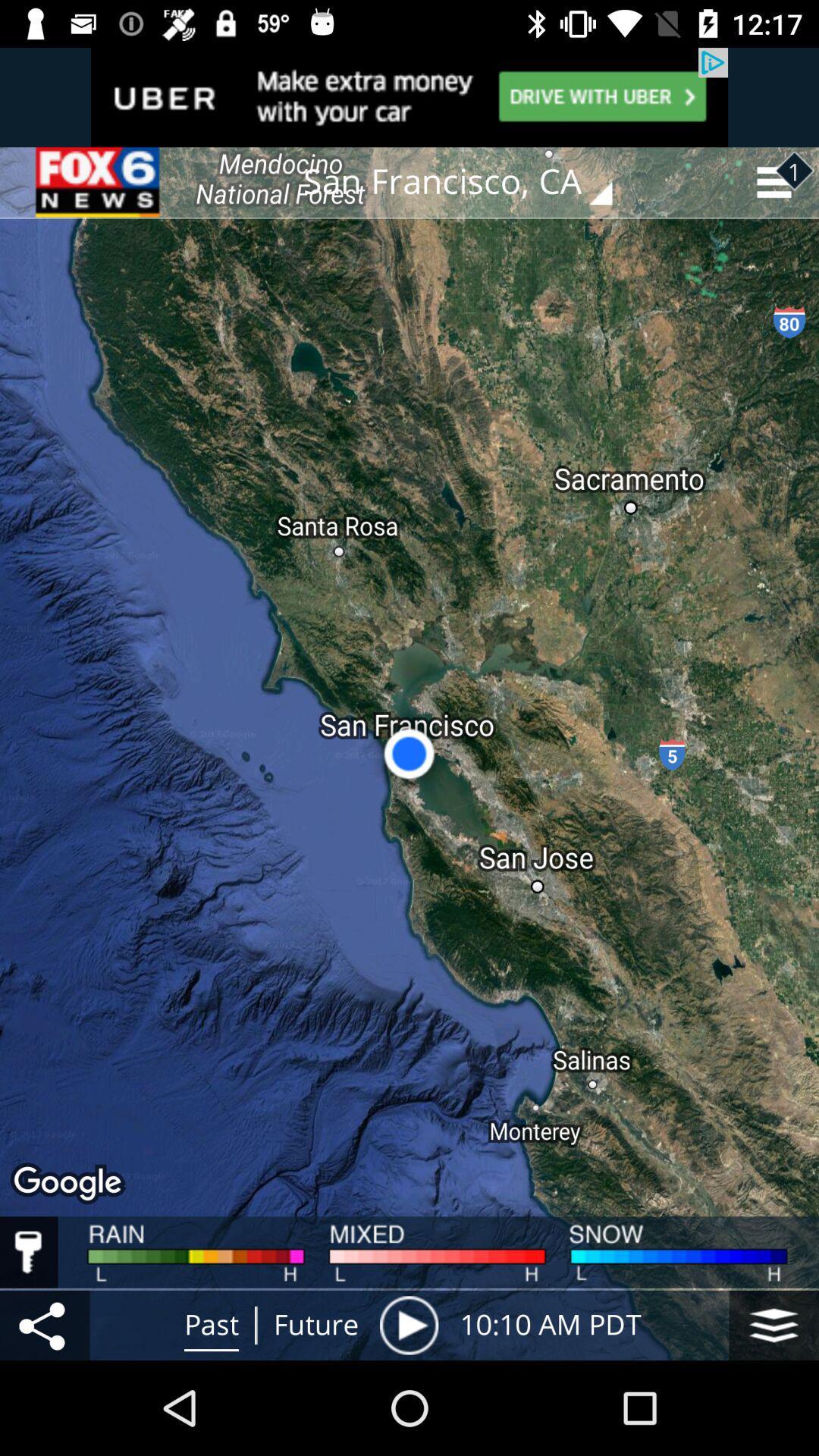 The width and height of the screenshot is (819, 1456). I want to click on item to the left of 10 10 am icon, so click(408, 1324).